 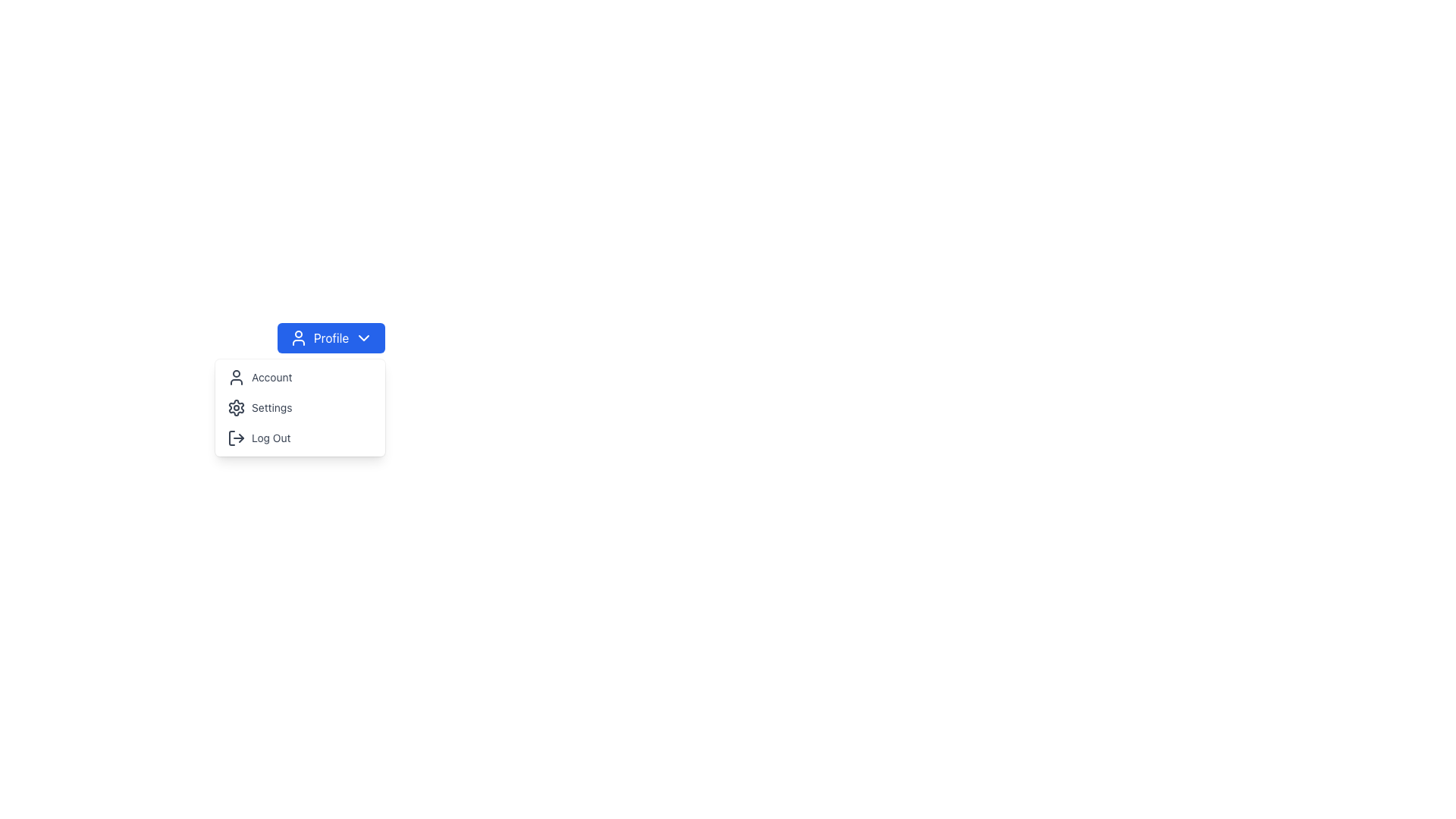 I want to click on the 'Account' menu icon located below the 'Profile' button in the top-right section of the interface, so click(x=236, y=376).